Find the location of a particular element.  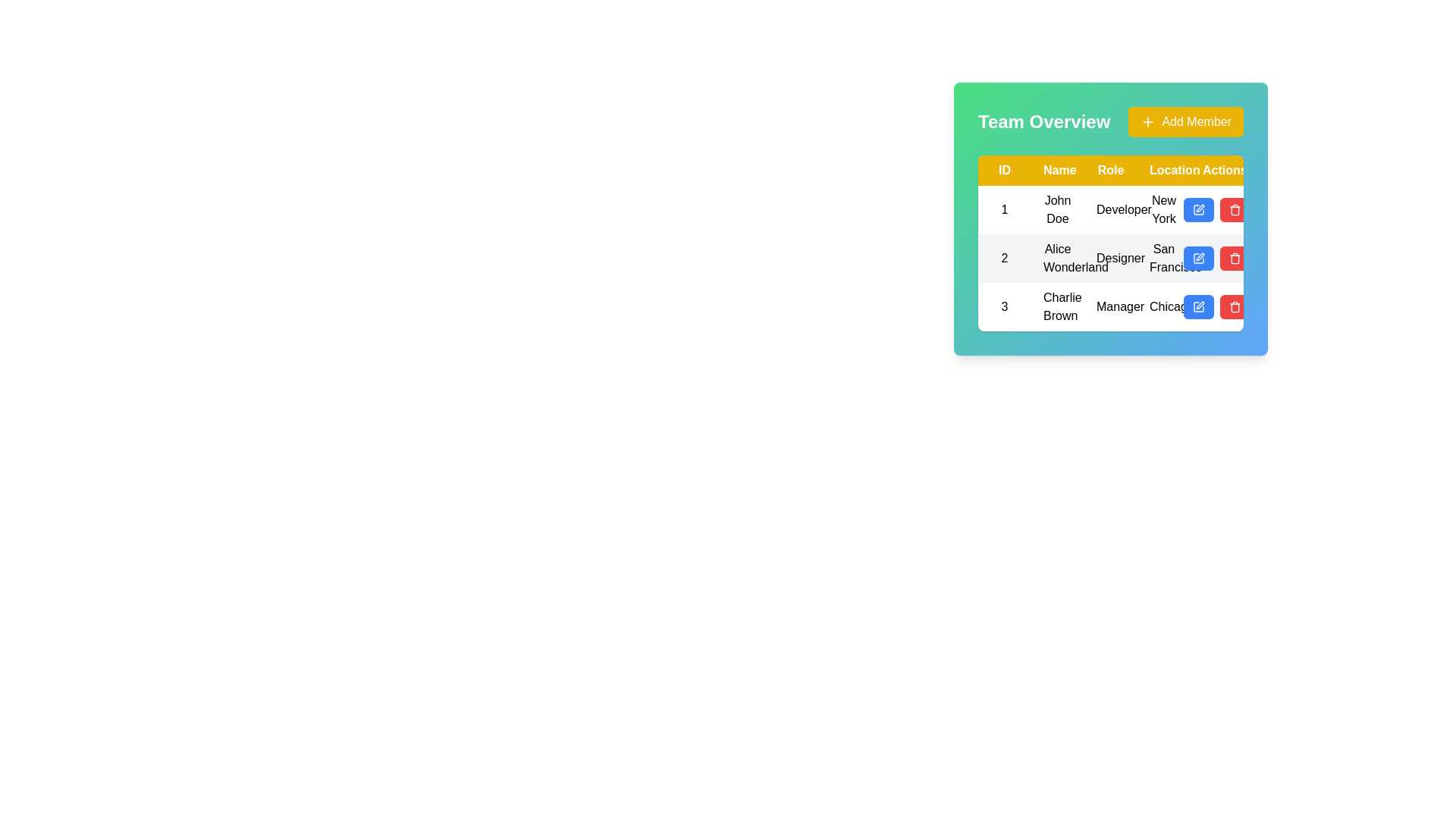

the red delete button with a trash icon located in the 'Actions' column of the first row of the table is located at coordinates (1235, 210).